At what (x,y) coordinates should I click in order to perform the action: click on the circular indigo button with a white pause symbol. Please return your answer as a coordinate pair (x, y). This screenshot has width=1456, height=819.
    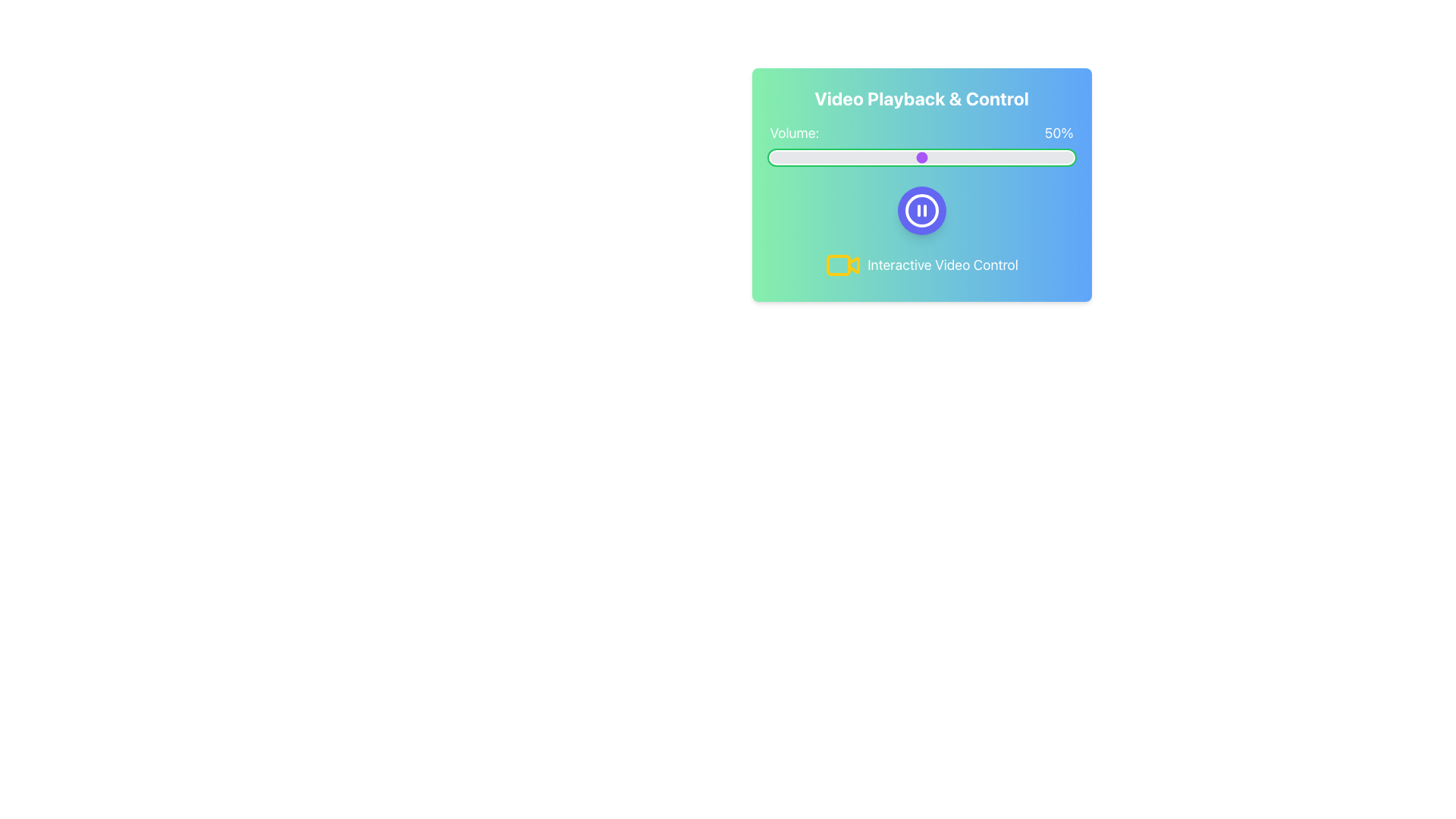
    Looking at the image, I should click on (921, 210).